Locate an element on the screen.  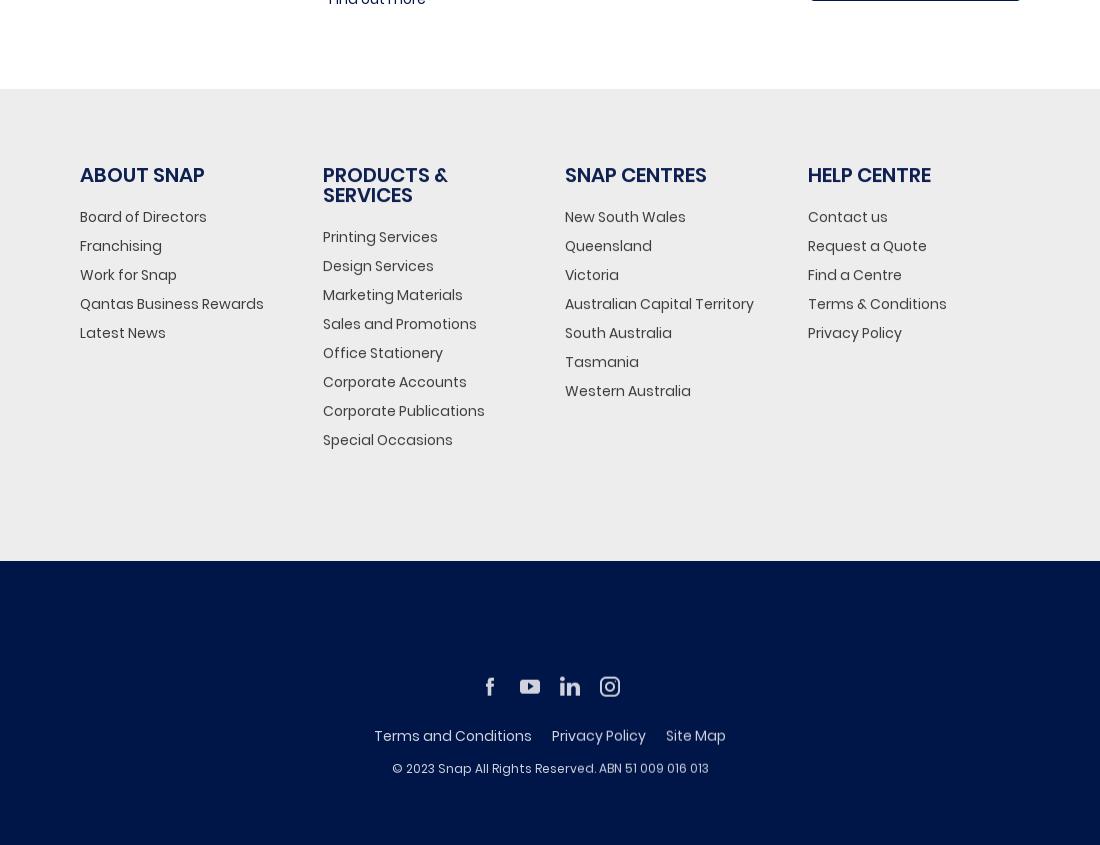
'Franchising' is located at coordinates (121, 243).